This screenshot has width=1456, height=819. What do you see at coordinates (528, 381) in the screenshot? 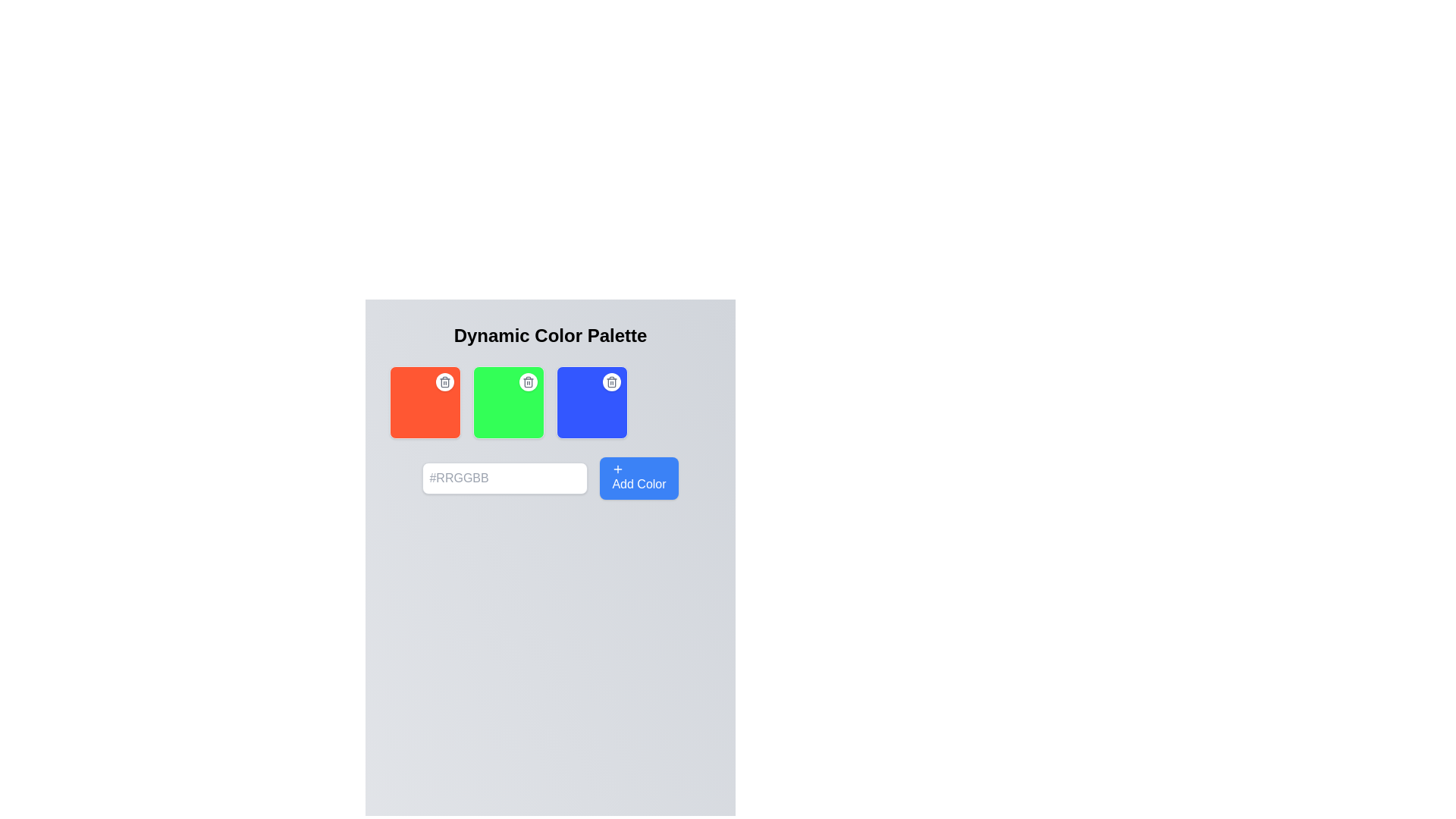
I see `the trash bin icon button located at the top right corner of the green square box in the middle row of color blocks` at bounding box center [528, 381].